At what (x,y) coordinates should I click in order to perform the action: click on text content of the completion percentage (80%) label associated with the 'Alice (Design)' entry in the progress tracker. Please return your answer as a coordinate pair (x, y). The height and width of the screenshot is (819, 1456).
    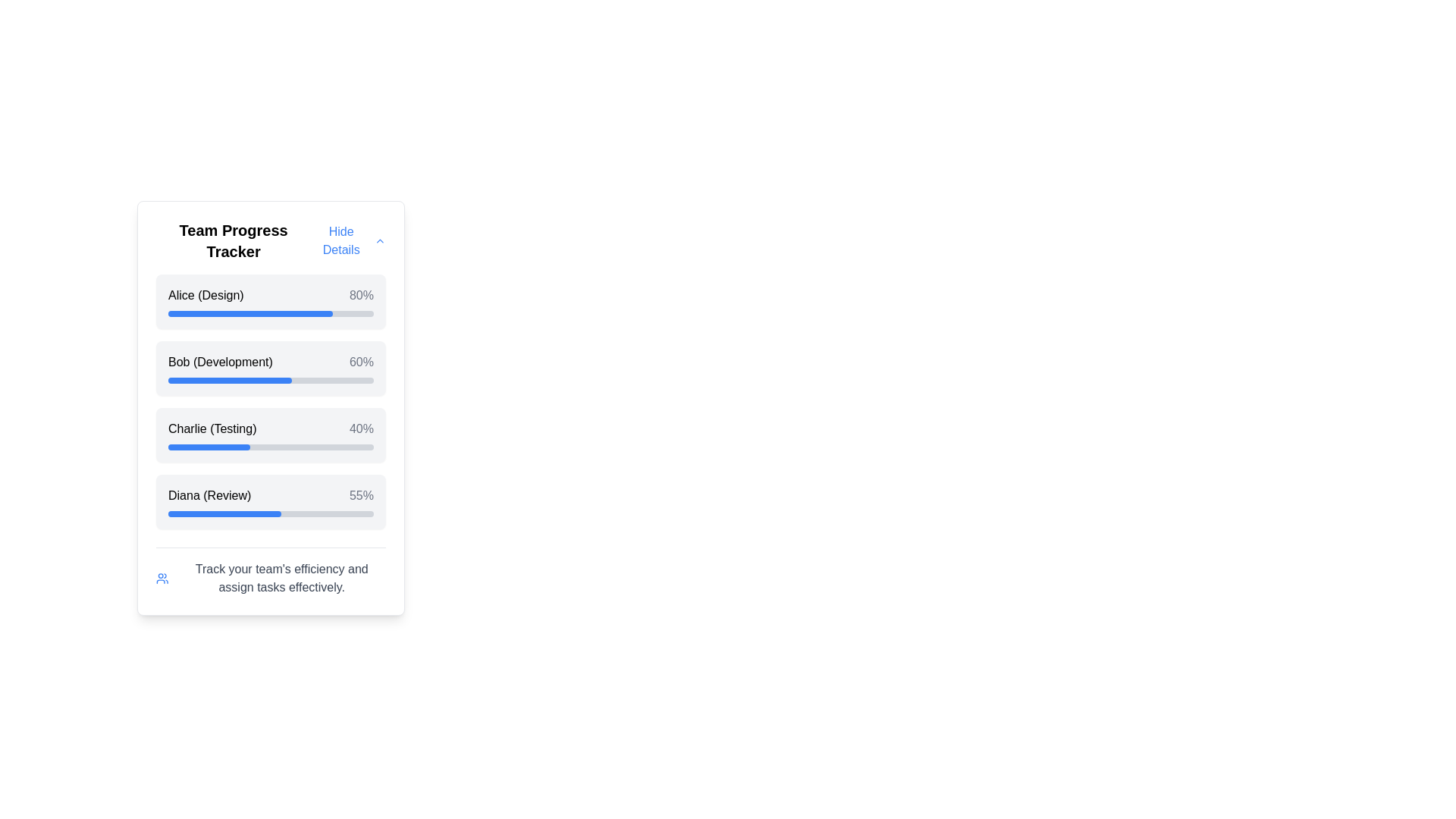
    Looking at the image, I should click on (360, 295).